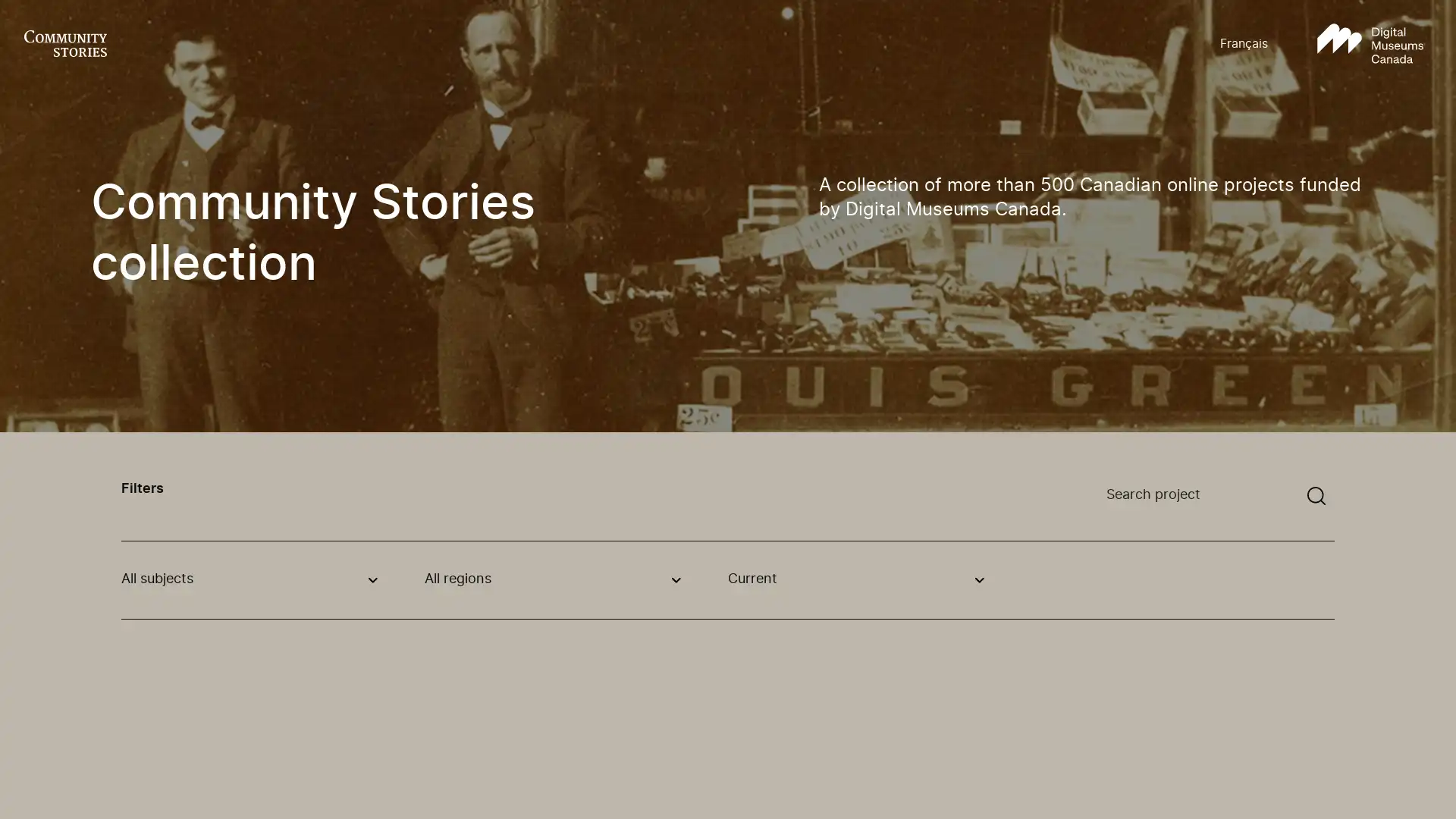  Describe the element at coordinates (1316, 496) in the screenshot. I see `Submit` at that location.